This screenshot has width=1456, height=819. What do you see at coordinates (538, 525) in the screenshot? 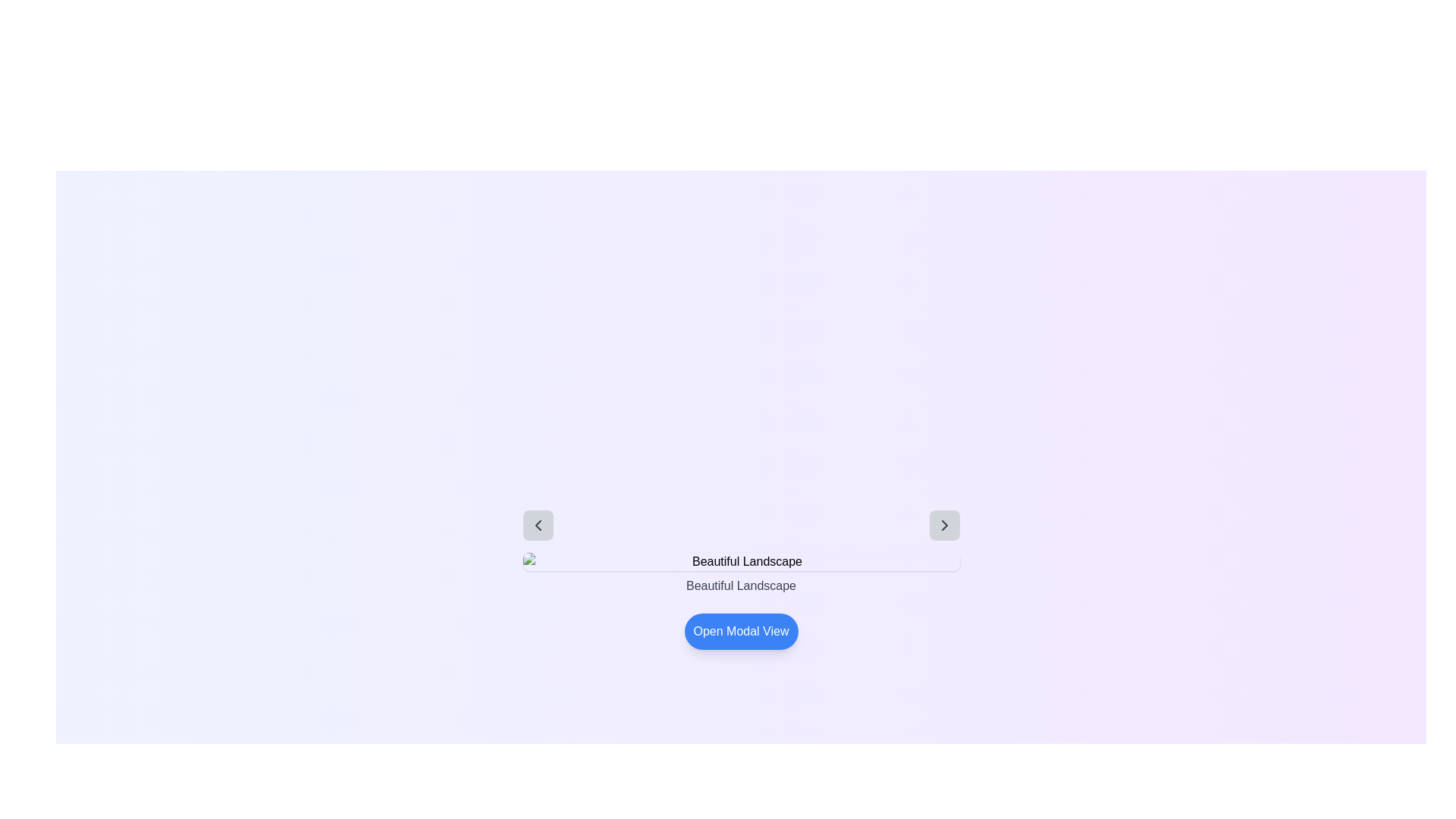
I see `the left-facing Chevron button located in the top-left corner of the central interactive area` at bounding box center [538, 525].